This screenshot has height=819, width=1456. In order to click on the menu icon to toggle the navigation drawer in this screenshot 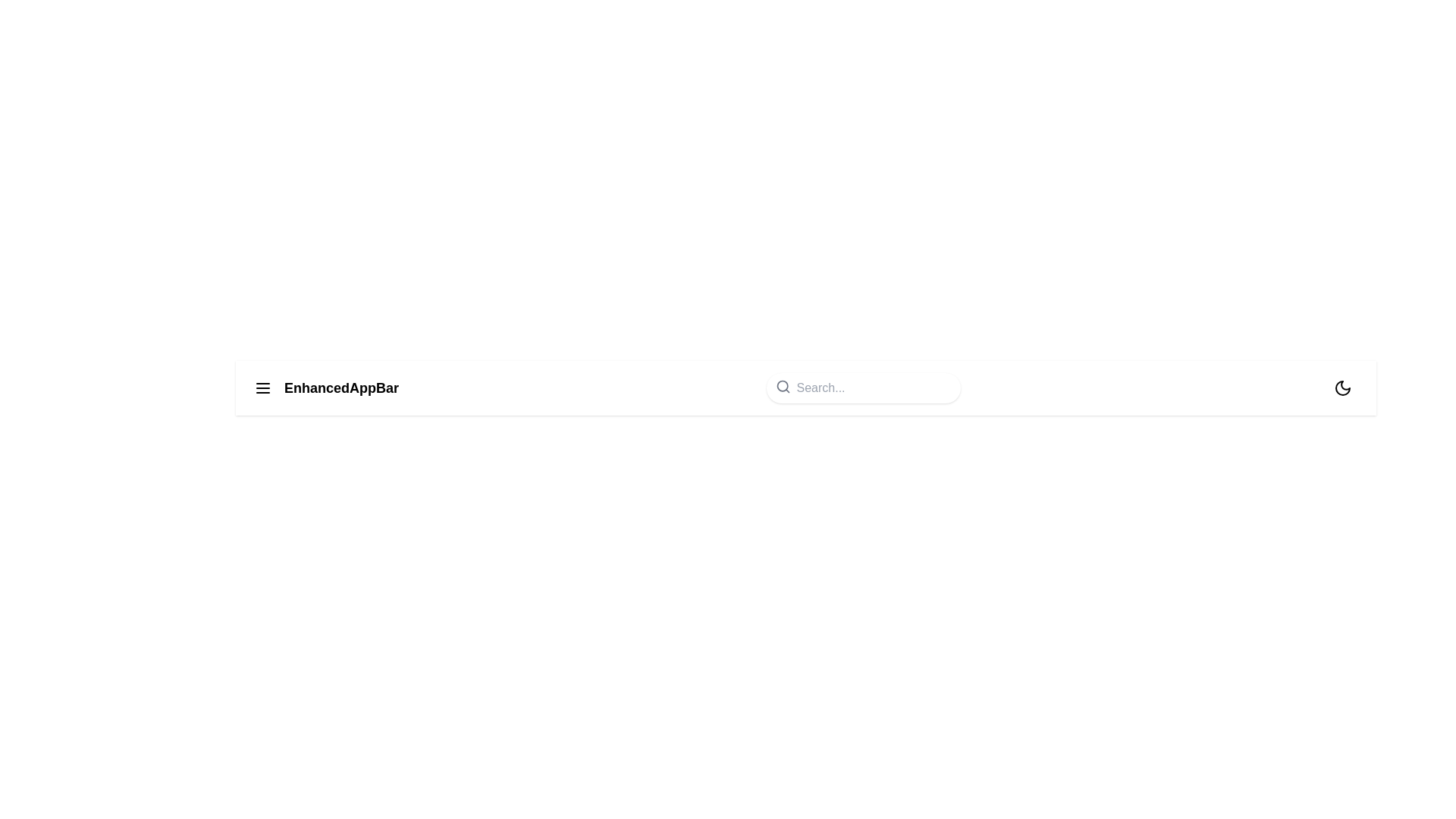, I will do `click(262, 388)`.